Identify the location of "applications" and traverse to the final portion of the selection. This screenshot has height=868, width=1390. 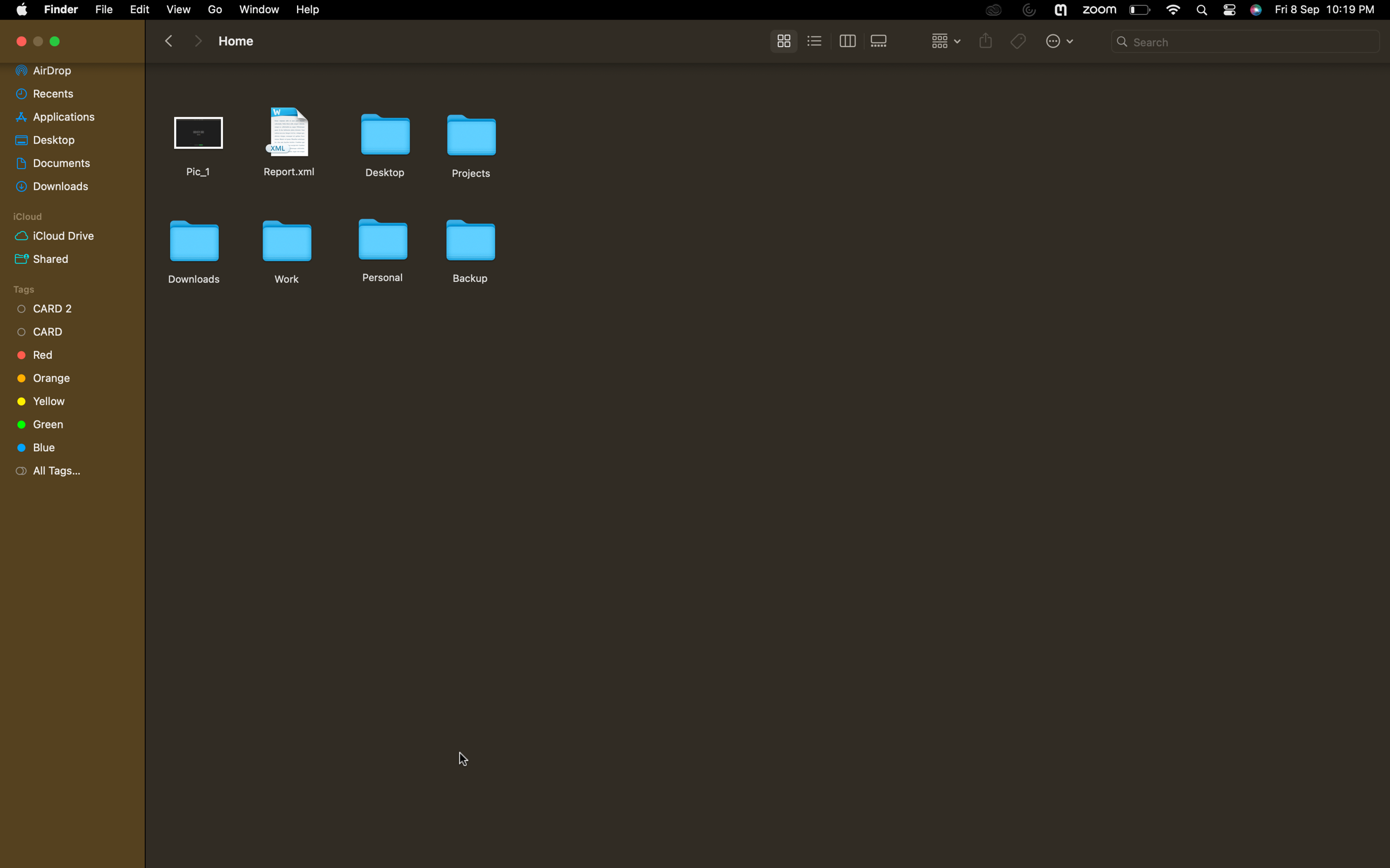
(68, 116).